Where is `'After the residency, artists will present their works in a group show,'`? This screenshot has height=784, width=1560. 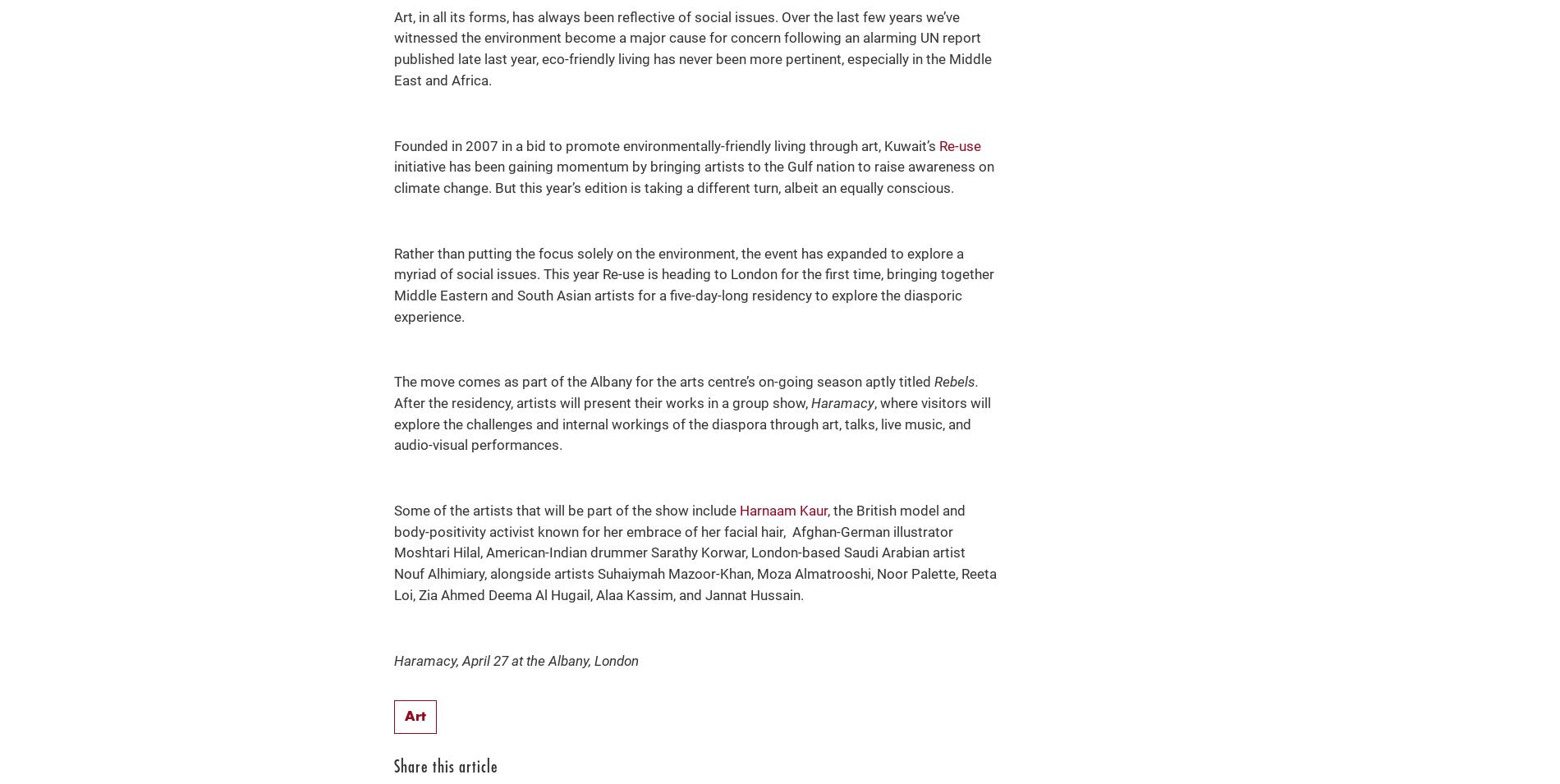 'After the residency, artists will present their works in a group show,' is located at coordinates (393, 402).